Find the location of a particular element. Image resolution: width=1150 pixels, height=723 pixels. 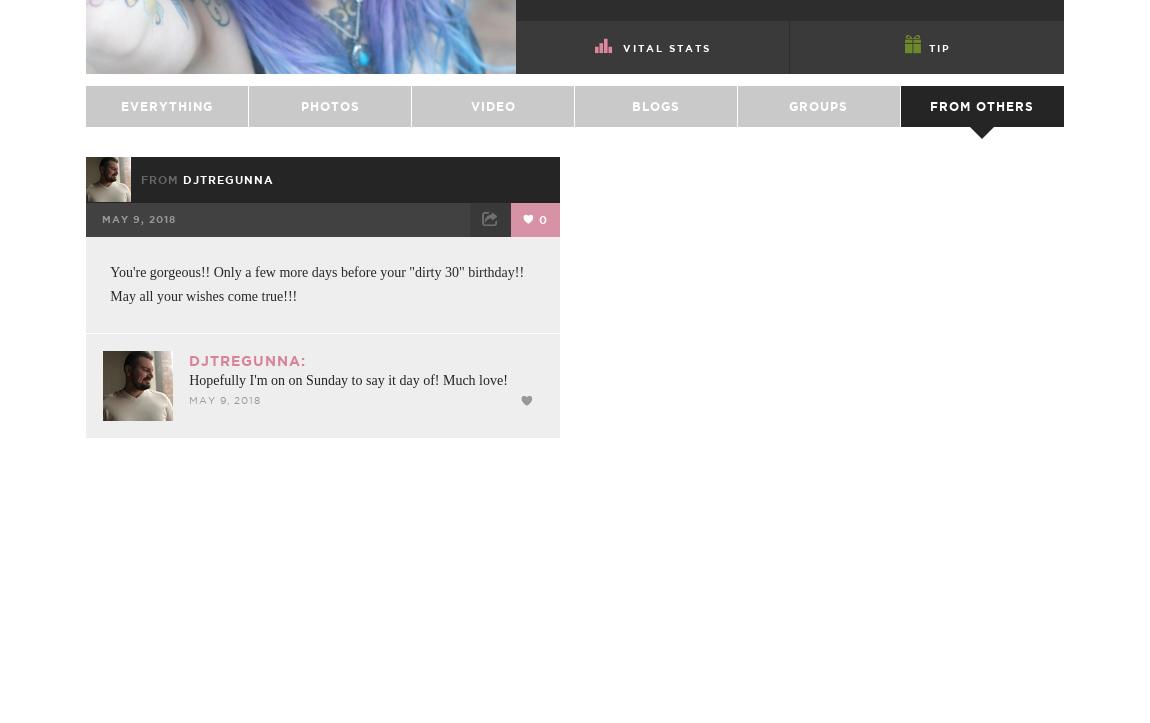

'djtregunna' is located at coordinates (227, 227).